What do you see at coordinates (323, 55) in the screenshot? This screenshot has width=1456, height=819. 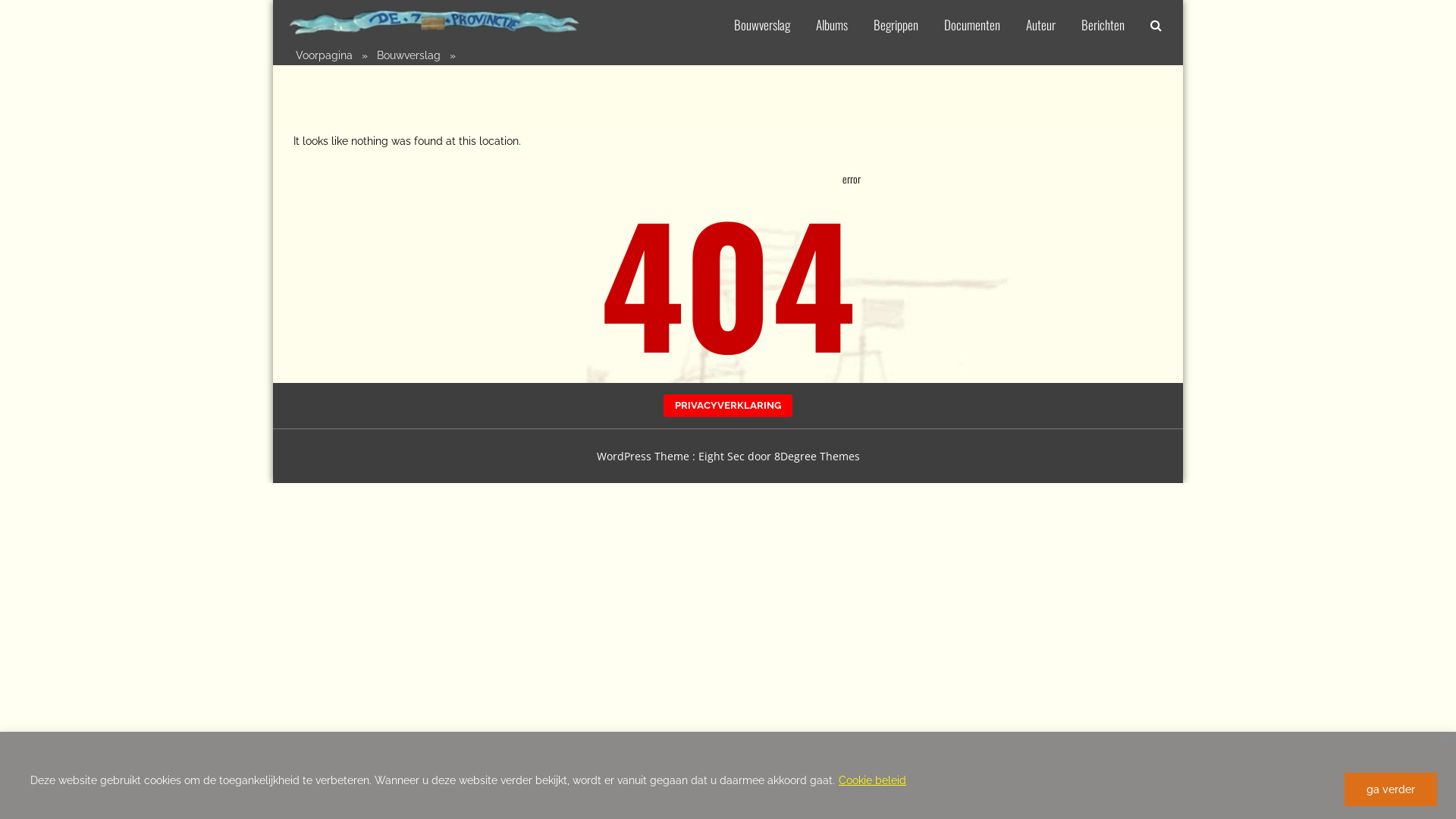 I see `'Voorpagina'` at bounding box center [323, 55].